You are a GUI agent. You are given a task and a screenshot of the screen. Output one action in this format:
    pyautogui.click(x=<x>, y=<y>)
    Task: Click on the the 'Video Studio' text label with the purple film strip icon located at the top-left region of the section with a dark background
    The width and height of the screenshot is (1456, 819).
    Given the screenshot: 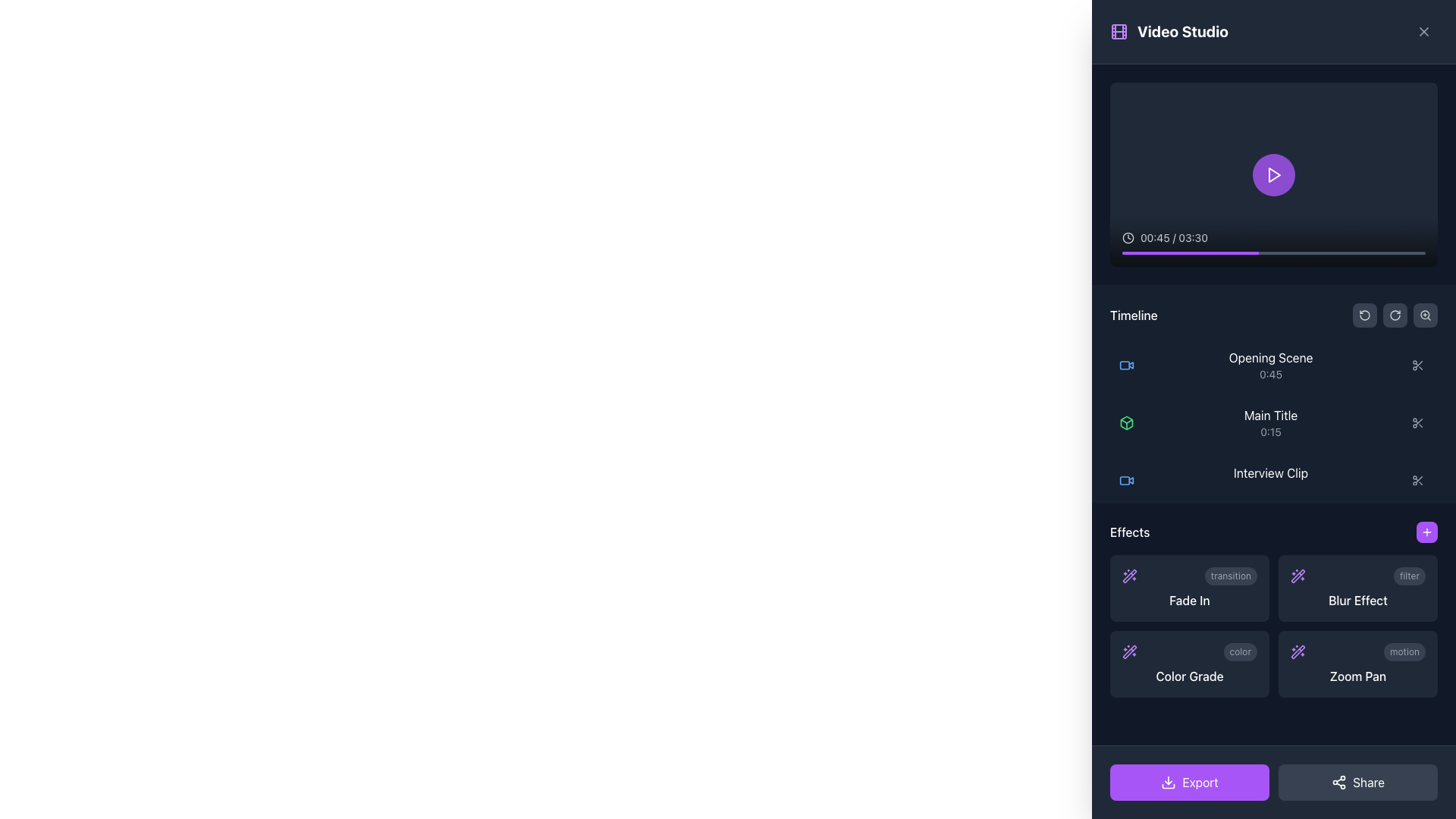 What is the action you would take?
    pyautogui.click(x=1168, y=32)
    